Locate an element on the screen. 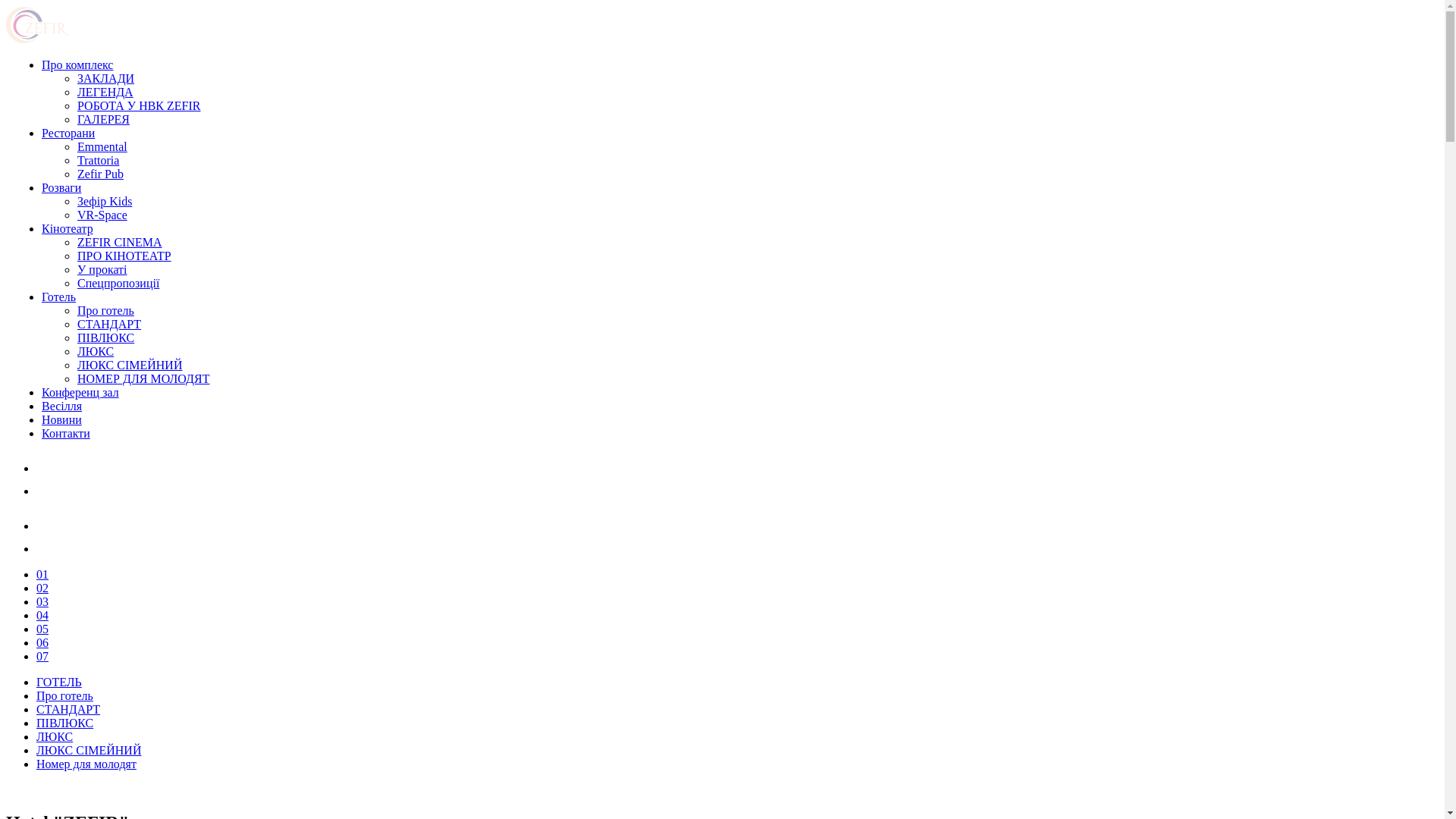 This screenshot has width=1456, height=819. '04' is located at coordinates (36, 615).